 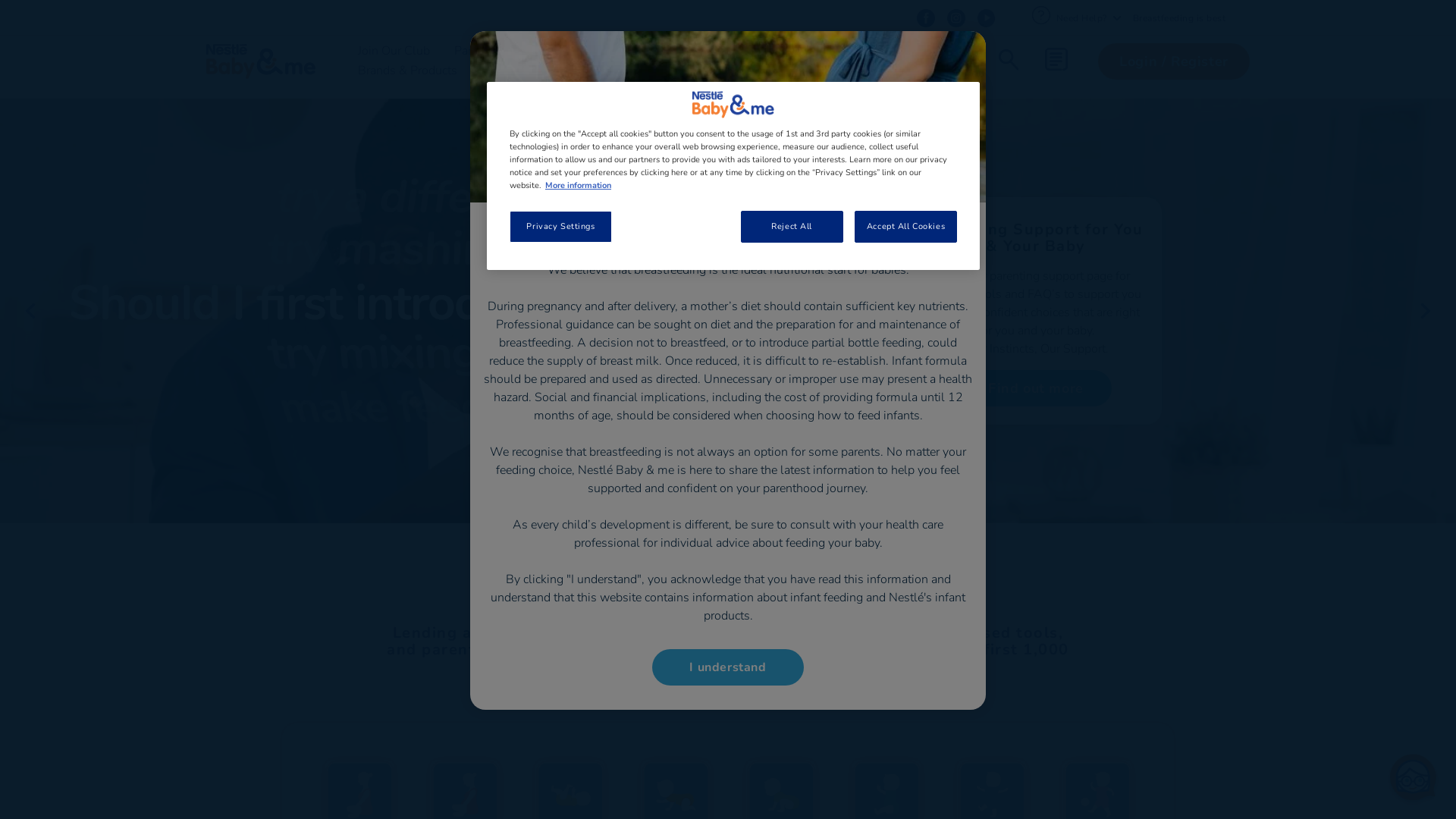 What do you see at coordinates (30, 309) in the screenshot?
I see `'Previous'` at bounding box center [30, 309].